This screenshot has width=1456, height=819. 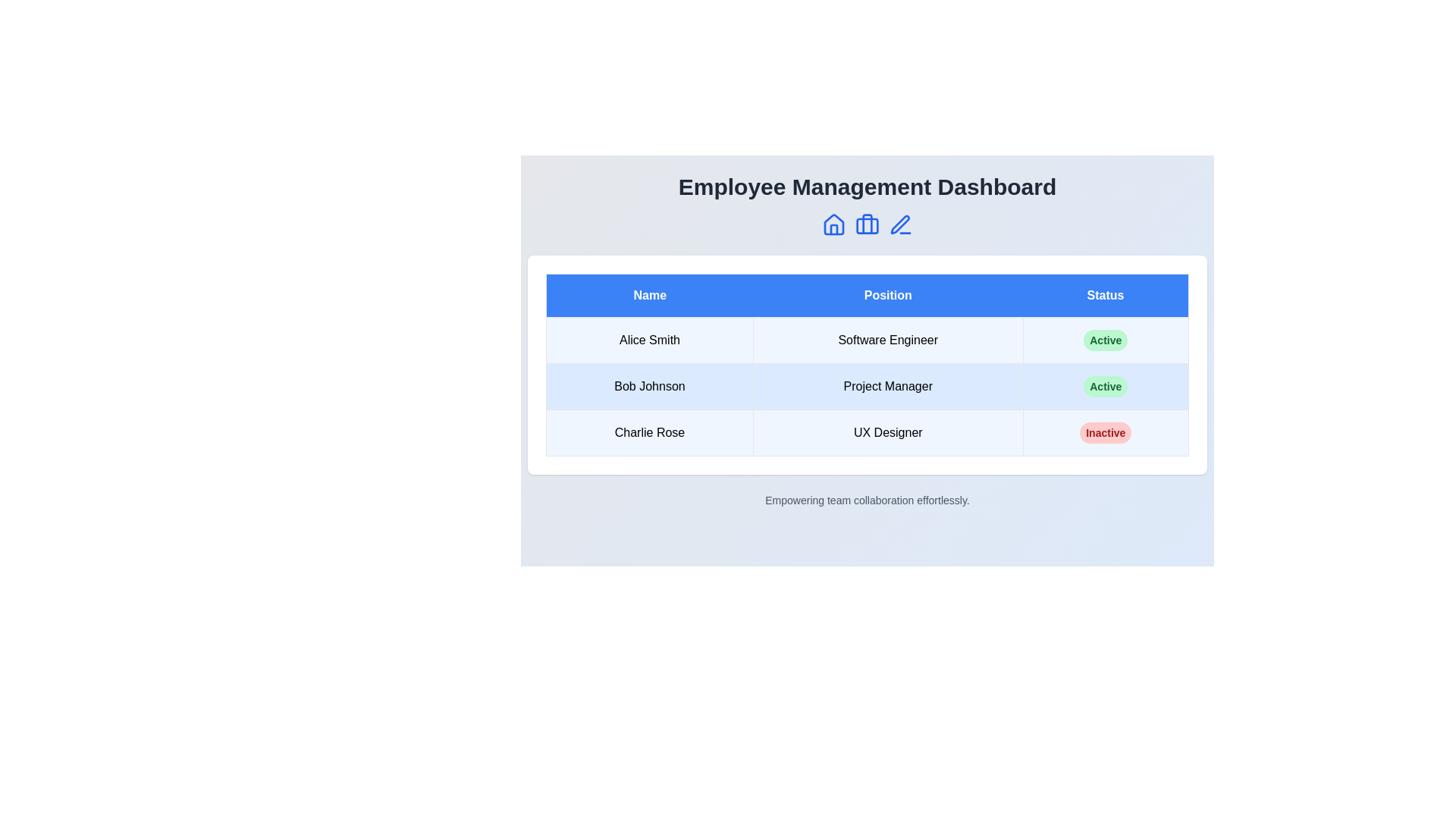 What do you see at coordinates (1106, 339) in the screenshot?
I see `status from the 'Active' badge, which is a pill-shaped badge with a light green background located in the 'Status' column of the first row in the Employee Management Dashboard` at bounding box center [1106, 339].